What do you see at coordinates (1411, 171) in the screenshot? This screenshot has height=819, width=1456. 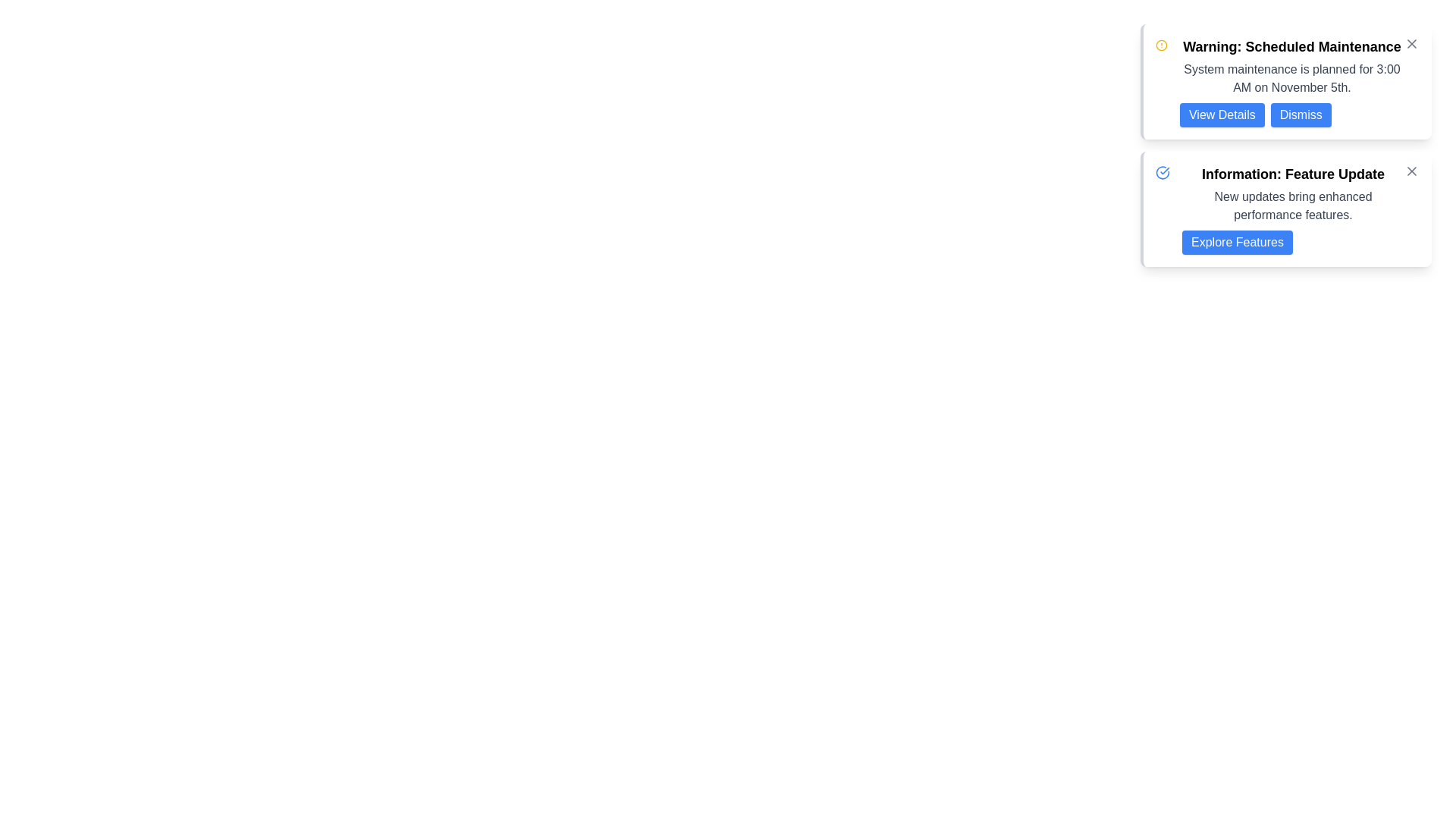 I see `the Close button (icon element) represented by an 'X' in the top-right corner of the 'Information: Feature Update' panel` at bounding box center [1411, 171].